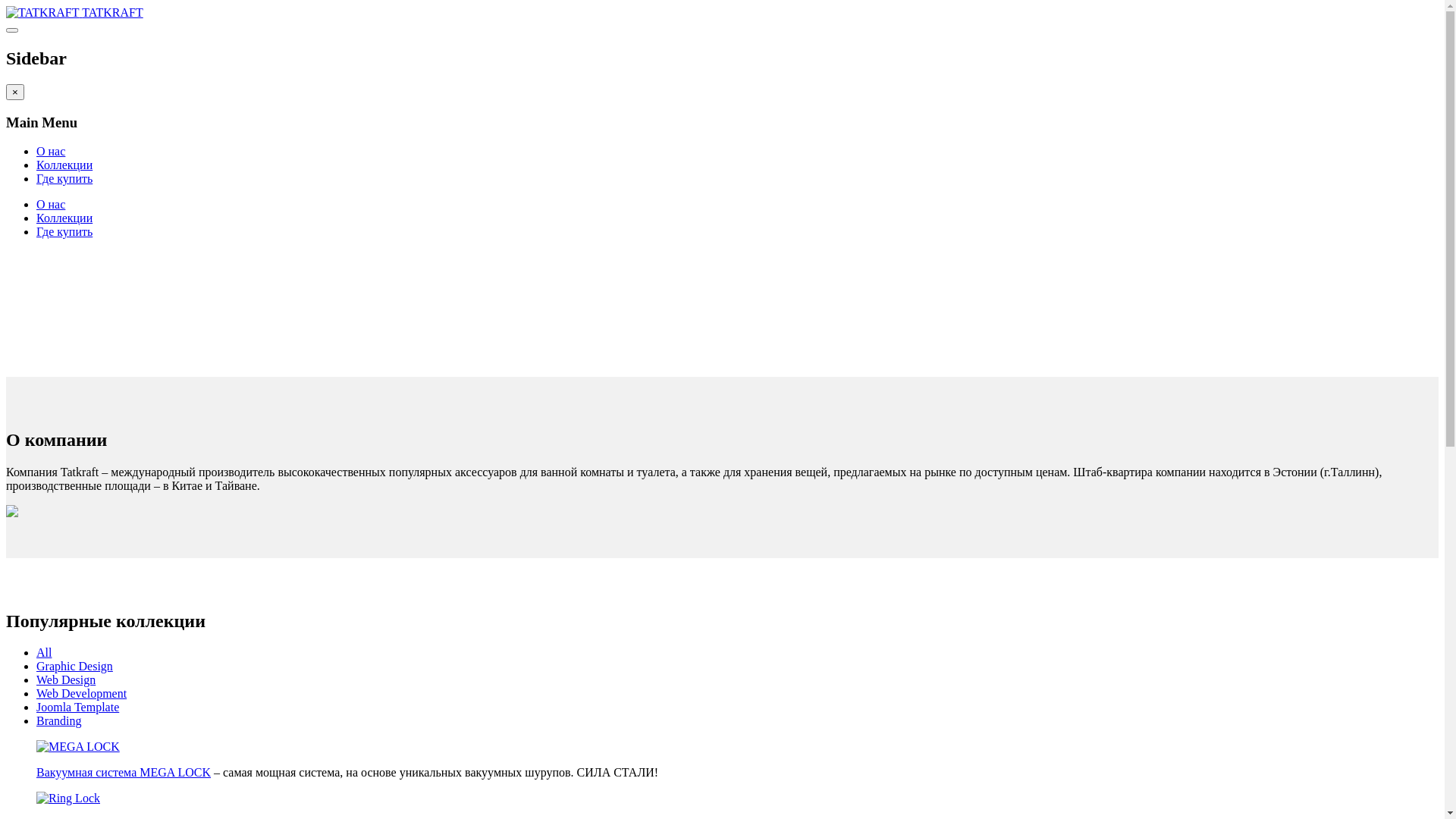  Describe the element at coordinates (36, 651) in the screenshot. I see `'All'` at that location.